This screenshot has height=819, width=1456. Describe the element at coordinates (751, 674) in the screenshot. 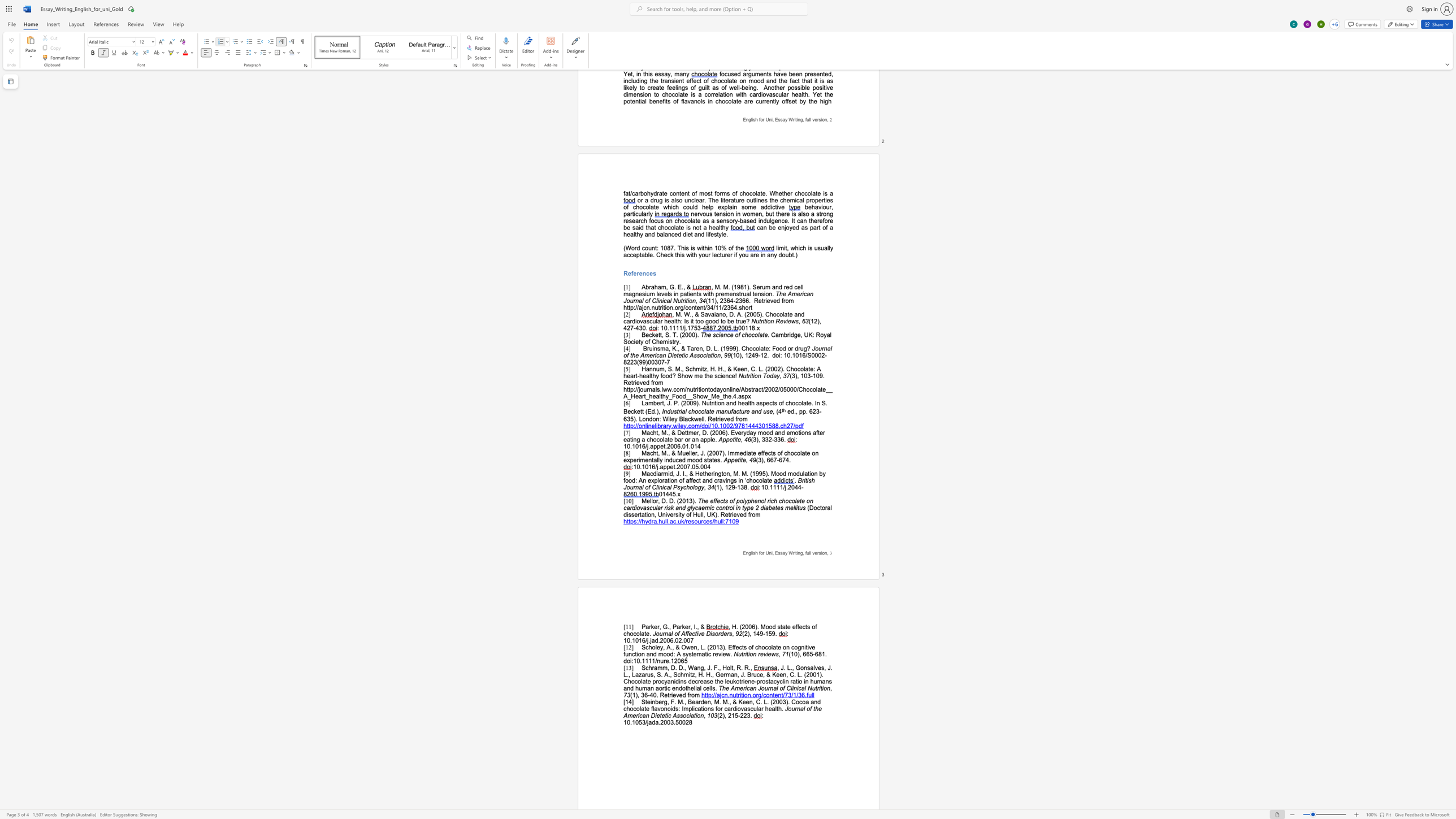

I see `the space between the continuous character "B" and "r" in the text` at that location.